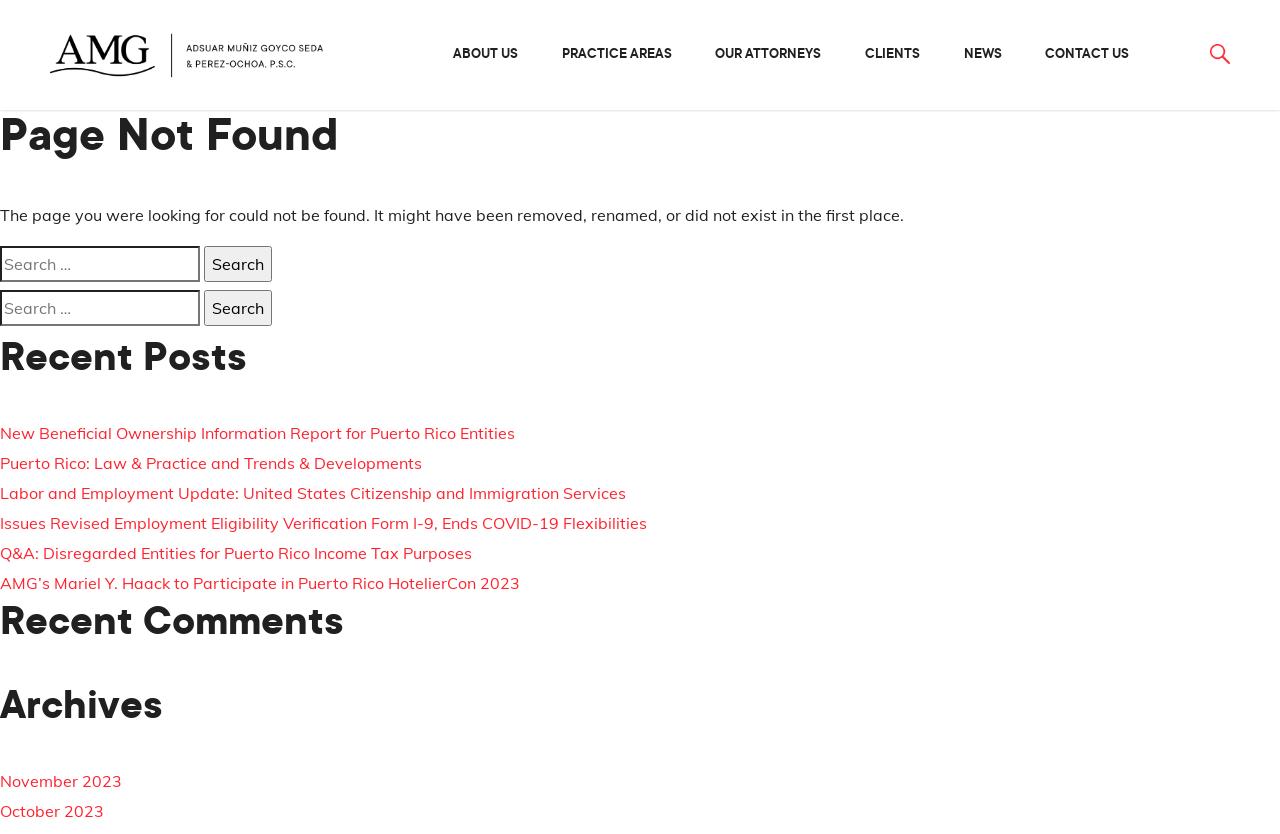 The height and width of the screenshot is (834, 1280). Describe the element at coordinates (311, 491) in the screenshot. I see `'Labor and Employment Update: United States Citizenship and Immigration Services'` at that location.